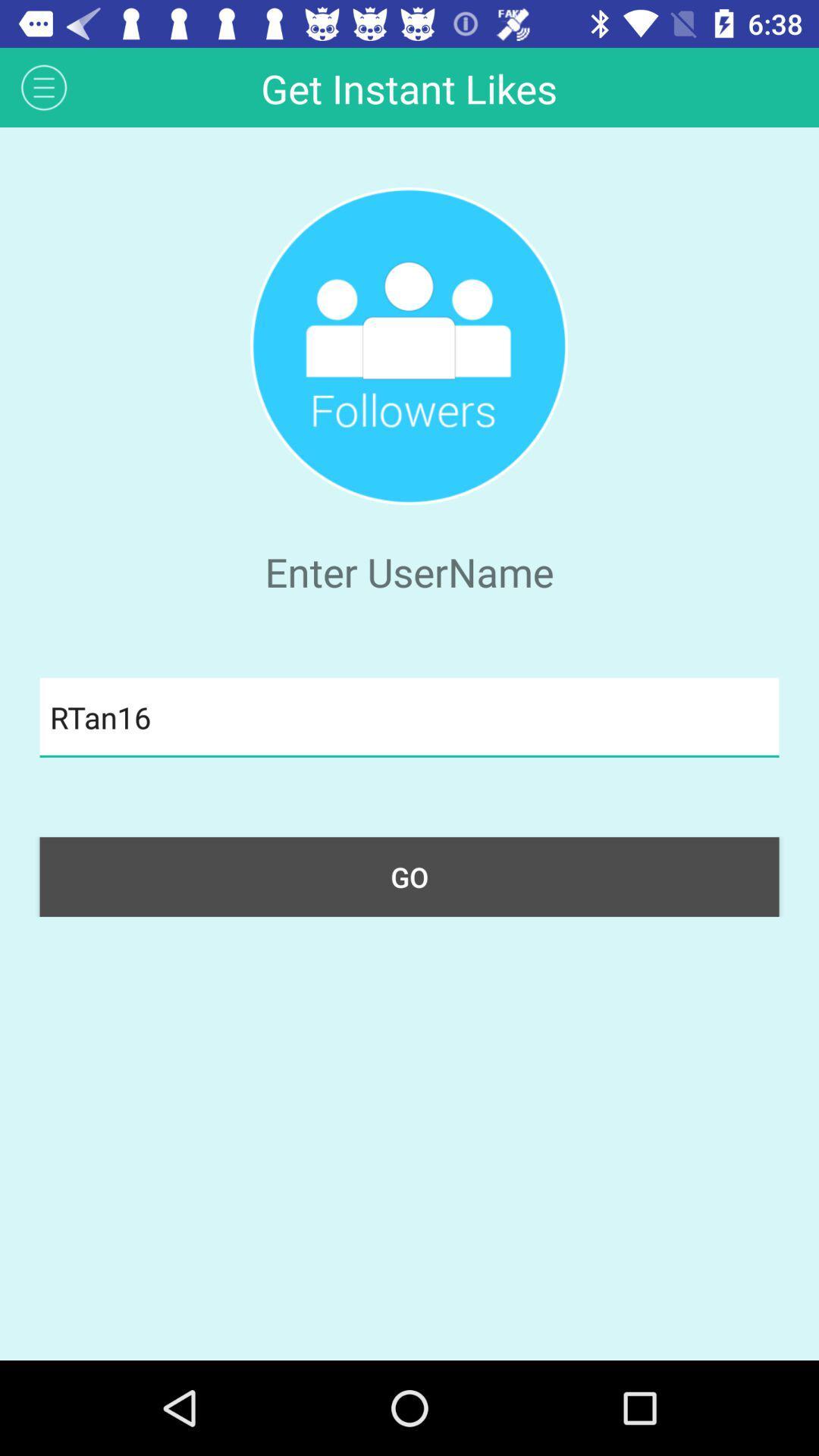  What do you see at coordinates (409, 717) in the screenshot?
I see `button above go item` at bounding box center [409, 717].